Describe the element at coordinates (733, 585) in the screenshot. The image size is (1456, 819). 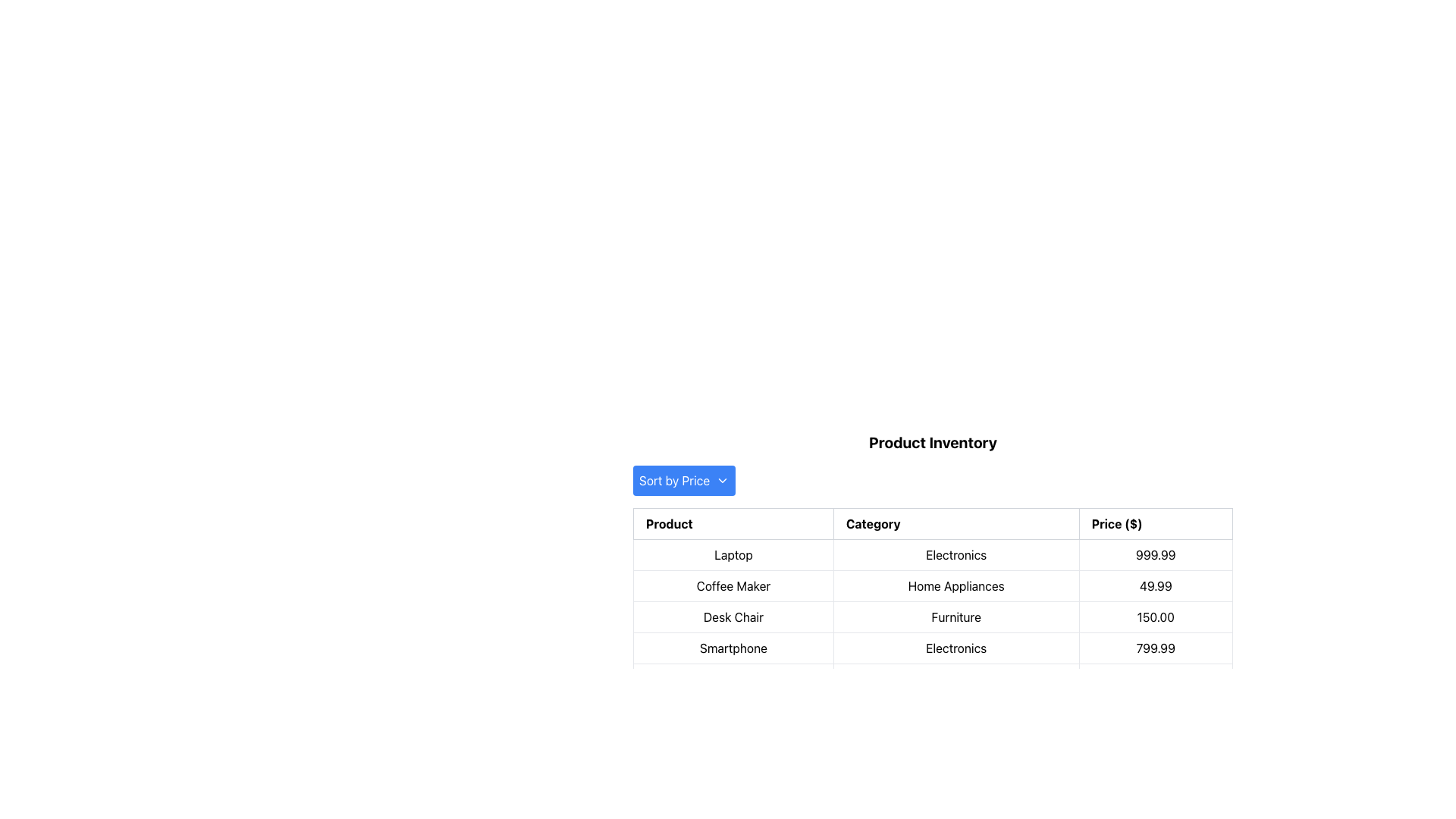
I see `the Table Cell displaying 'Coffee Maker', located in the second row under the 'Product' column` at that location.